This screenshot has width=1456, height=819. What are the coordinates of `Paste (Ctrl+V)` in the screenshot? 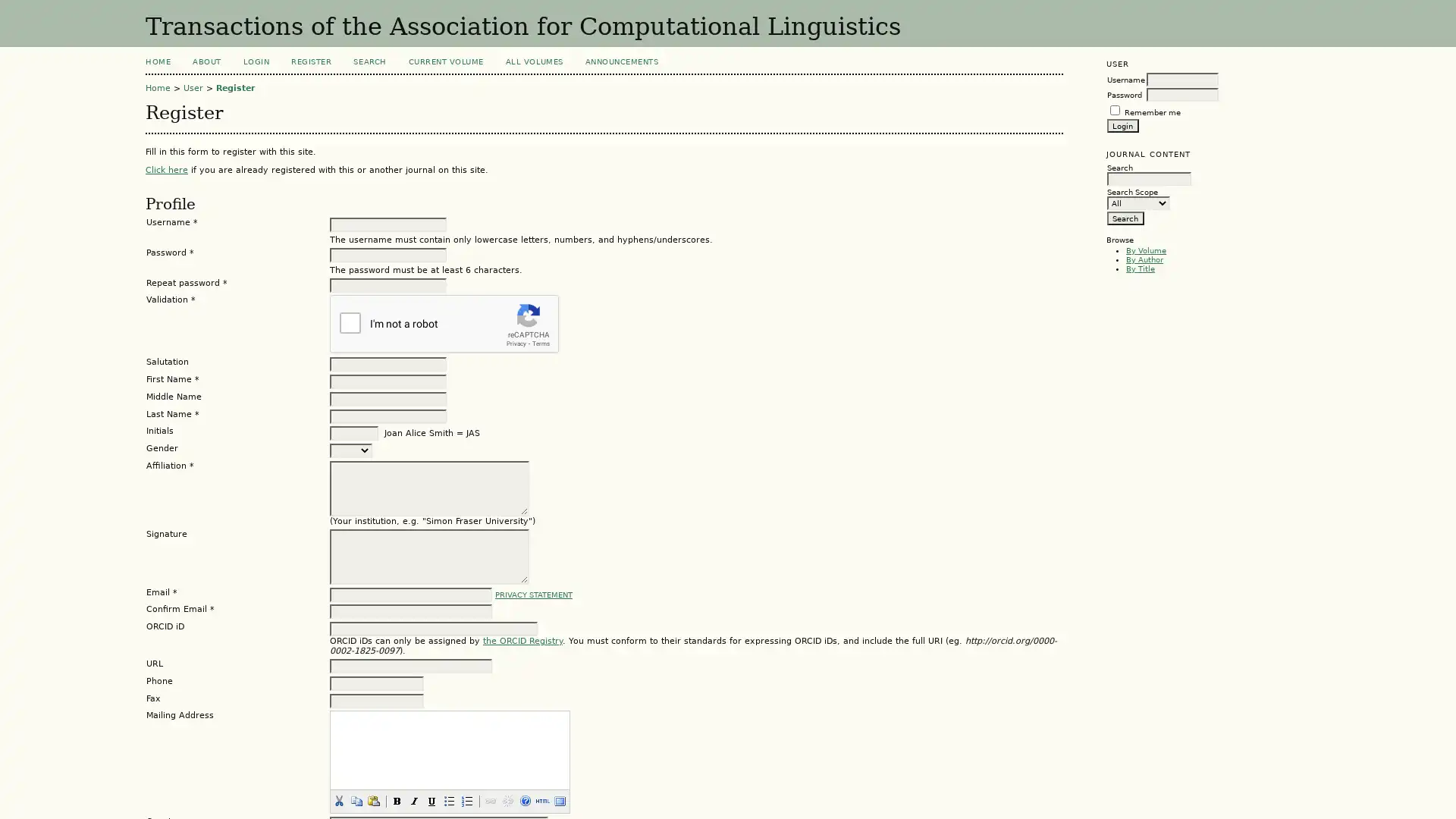 It's located at (372, 800).